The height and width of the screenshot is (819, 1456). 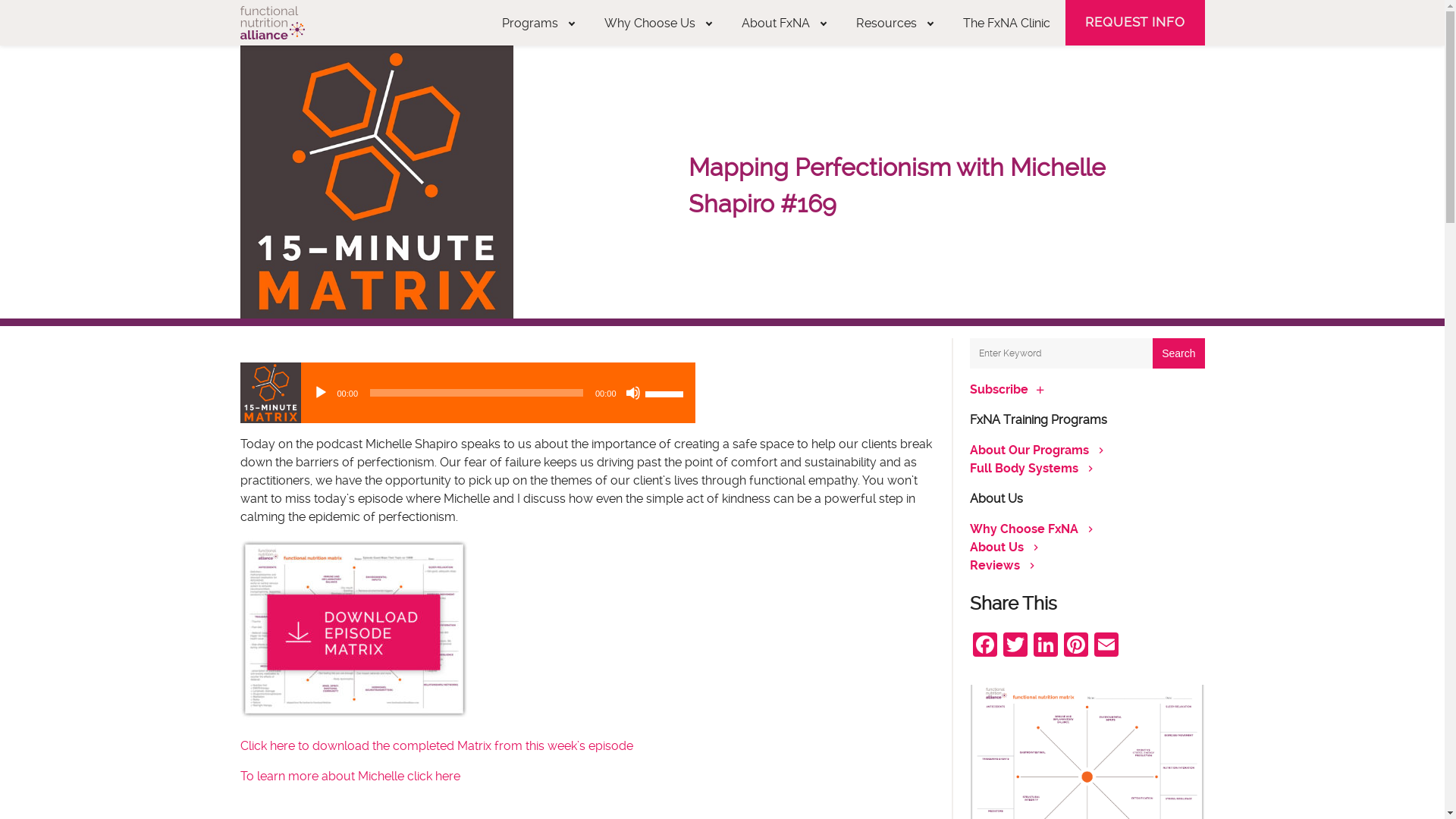 I want to click on 'Mute', so click(x=632, y=391).